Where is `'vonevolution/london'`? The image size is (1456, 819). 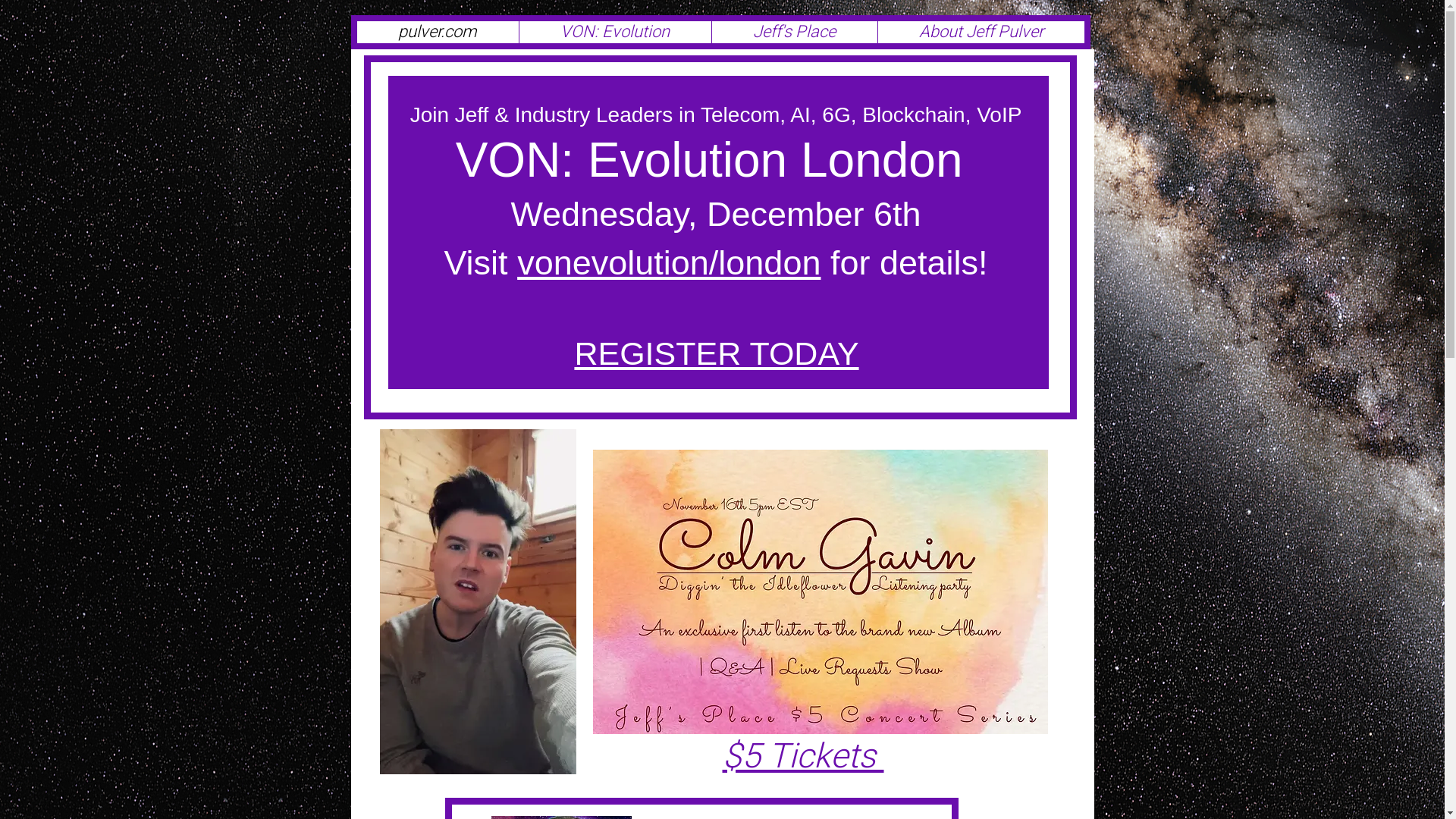 'vonevolution/london' is located at coordinates (668, 262).